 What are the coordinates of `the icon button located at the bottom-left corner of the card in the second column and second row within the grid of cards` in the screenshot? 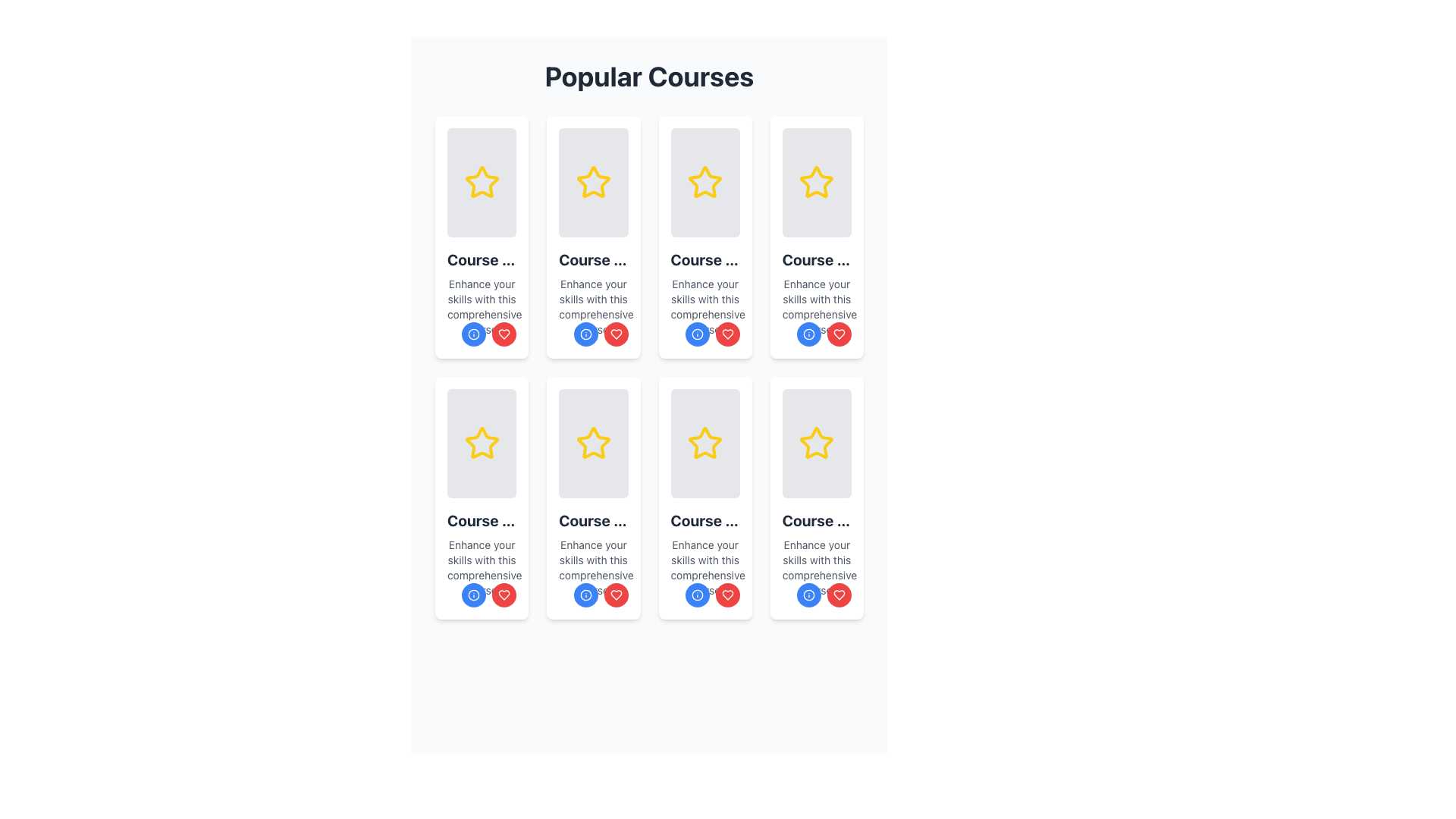 It's located at (808, 595).